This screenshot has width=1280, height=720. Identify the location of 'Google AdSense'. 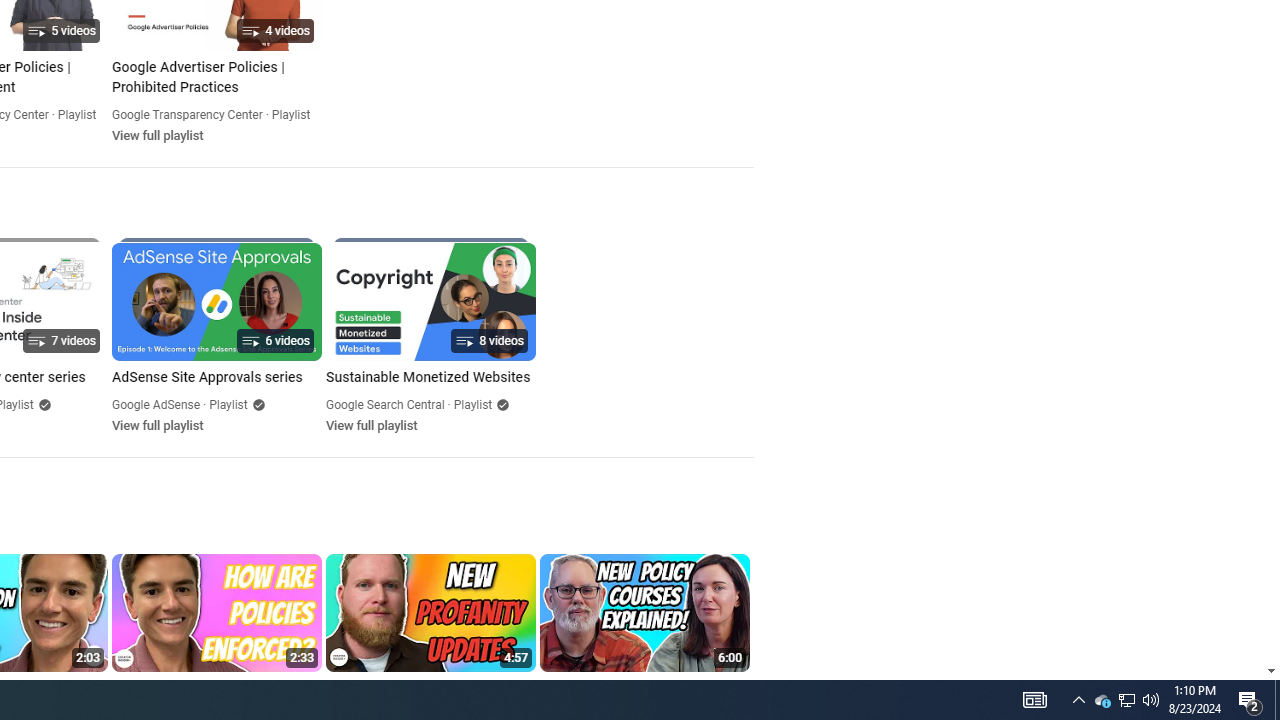
(155, 405).